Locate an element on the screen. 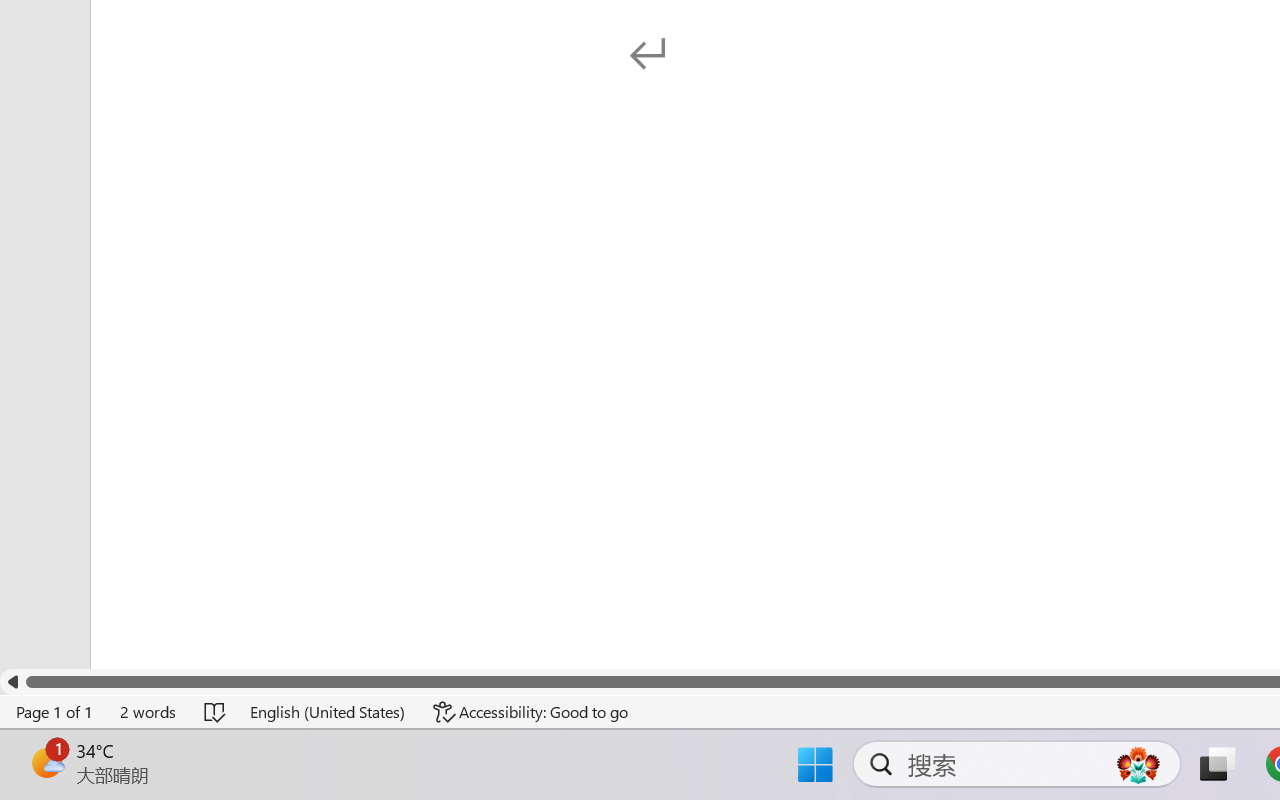  'AutomationID: BadgeAnchorLargeTicker' is located at coordinates (46, 762).